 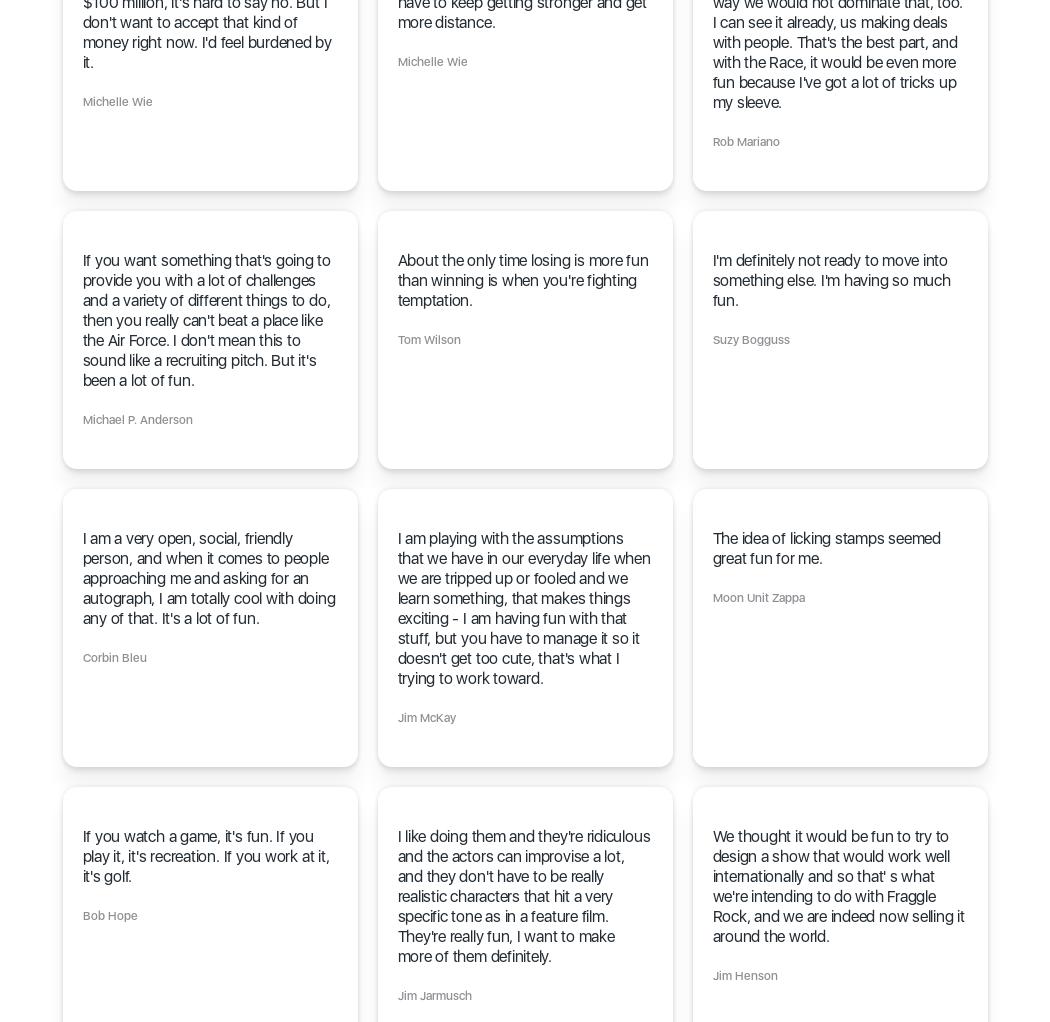 What do you see at coordinates (82, 856) in the screenshot?
I see `'If you watch a game, it's fun. If you play it, it's recreation. If you work at it, it's golf.'` at bounding box center [82, 856].